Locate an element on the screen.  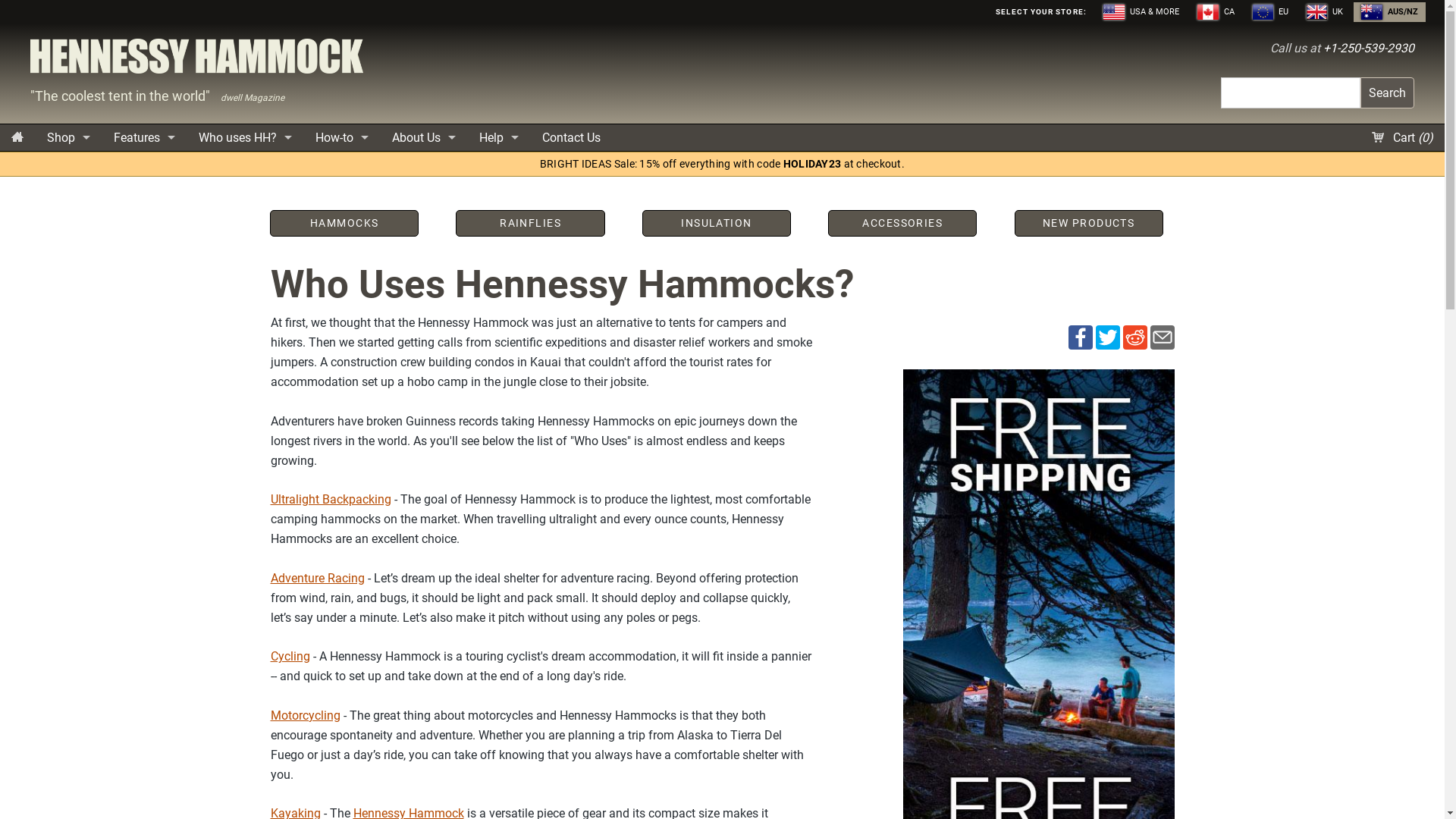
'Ultralight Backpacking' is located at coordinates (329, 499).